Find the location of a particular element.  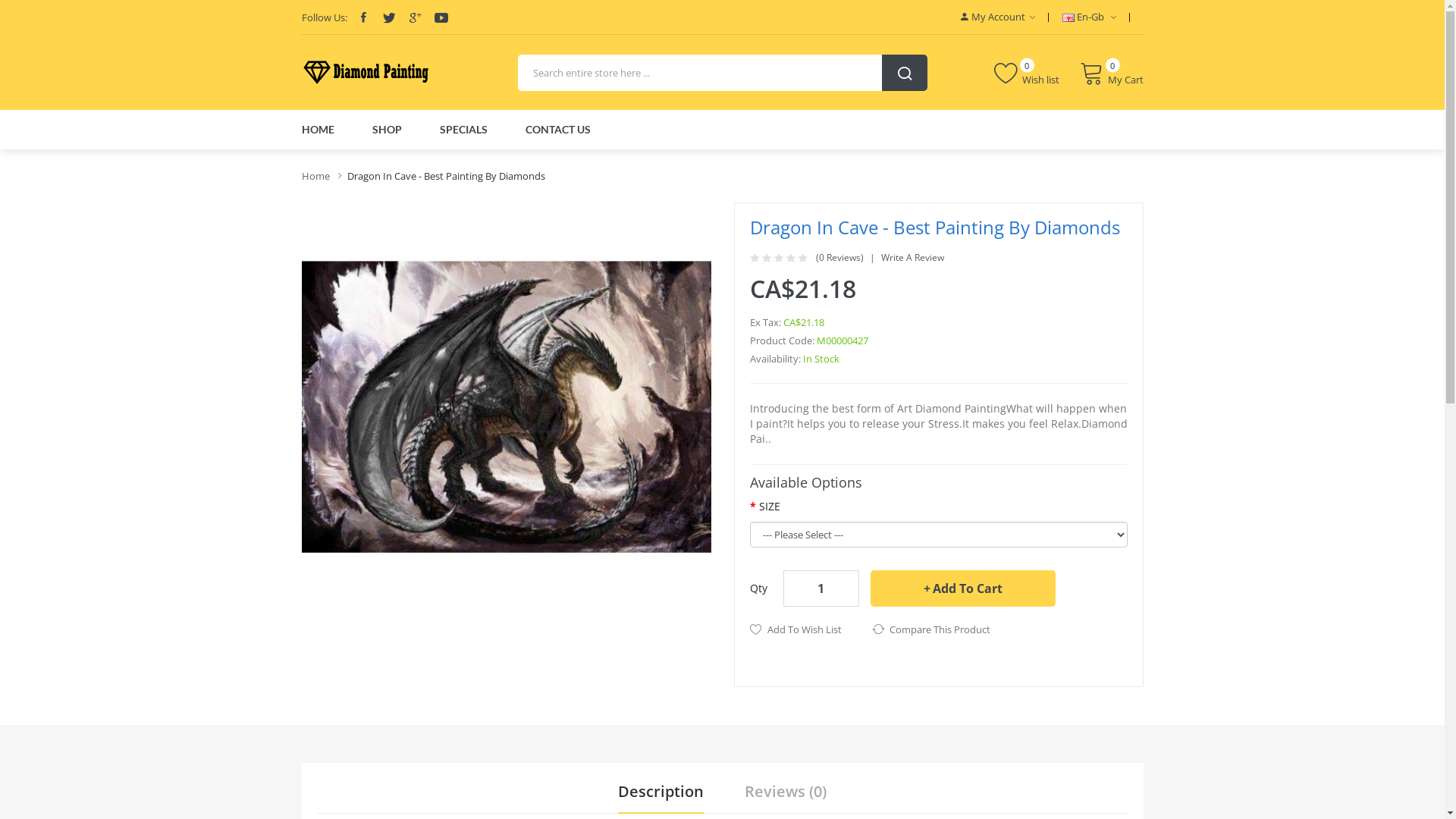

'Write A Review' is located at coordinates (912, 256).